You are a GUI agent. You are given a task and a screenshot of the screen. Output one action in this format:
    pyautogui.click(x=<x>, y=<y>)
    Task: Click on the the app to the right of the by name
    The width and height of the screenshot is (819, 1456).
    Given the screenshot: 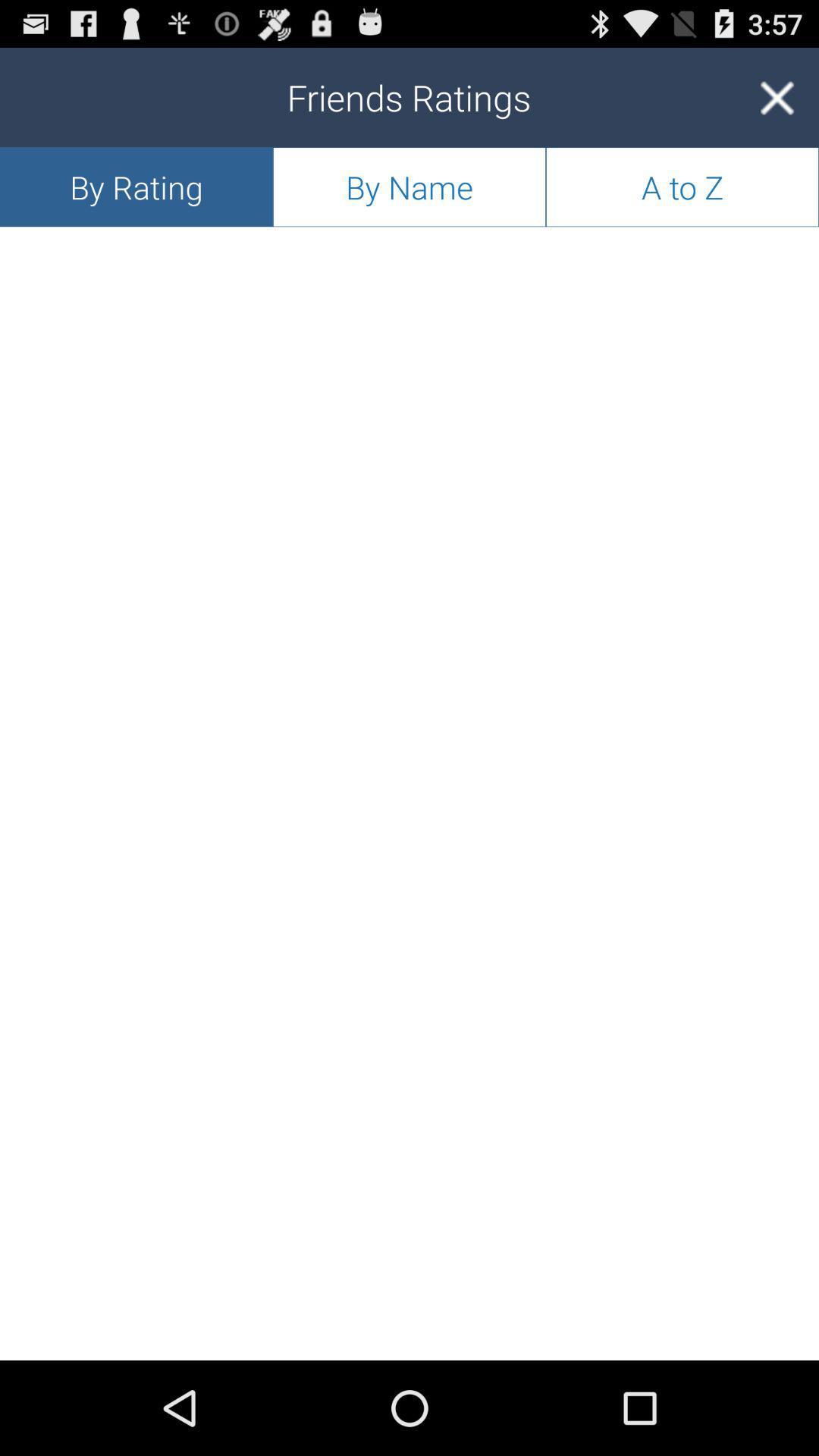 What is the action you would take?
    pyautogui.click(x=681, y=186)
    